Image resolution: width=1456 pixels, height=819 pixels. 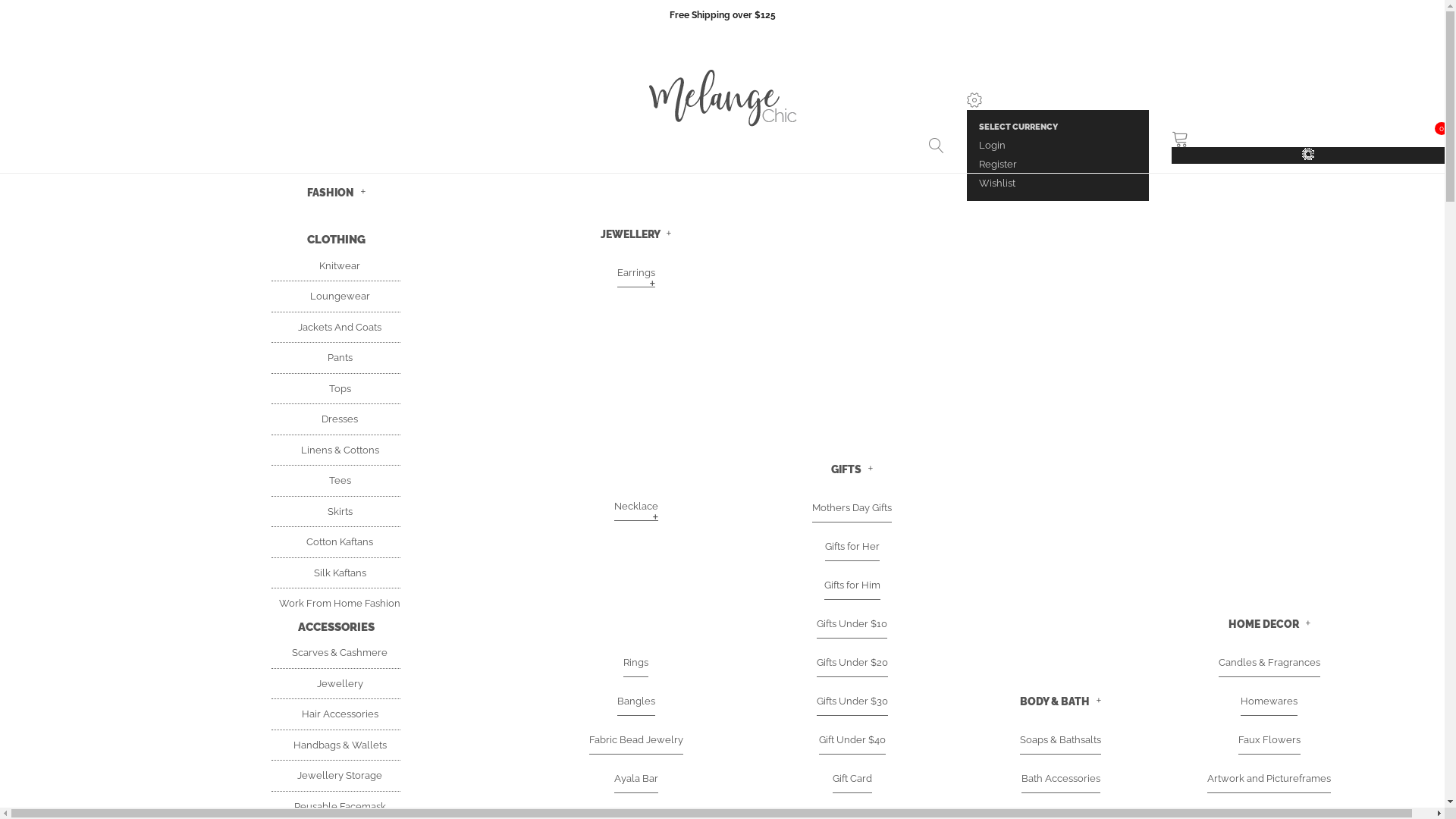 What do you see at coordinates (334, 541) in the screenshot?
I see `'Cotton Kaftans'` at bounding box center [334, 541].